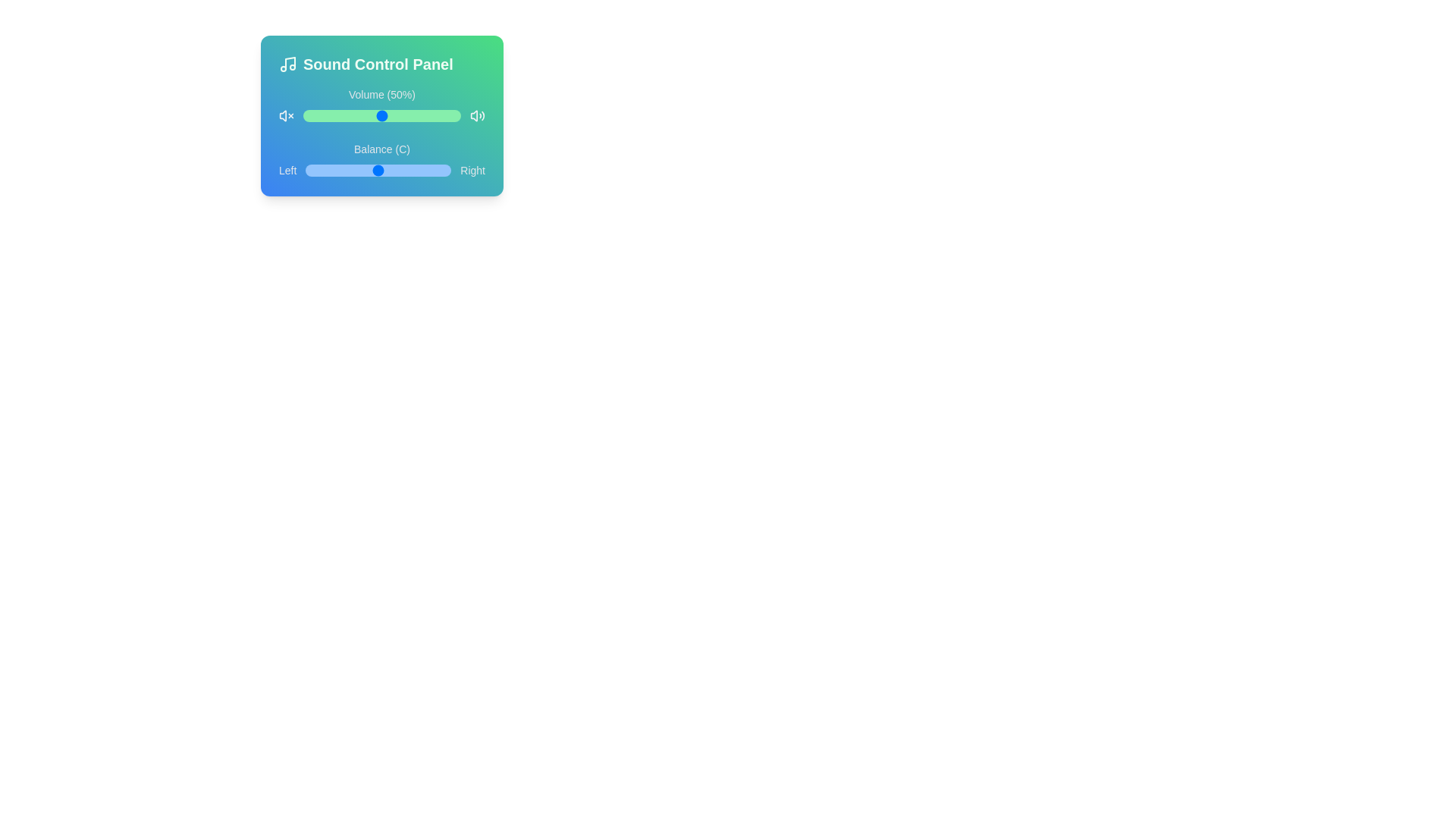 Image resolution: width=1456 pixels, height=819 pixels. Describe the element at coordinates (322, 170) in the screenshot. I see `the balance` at that location.